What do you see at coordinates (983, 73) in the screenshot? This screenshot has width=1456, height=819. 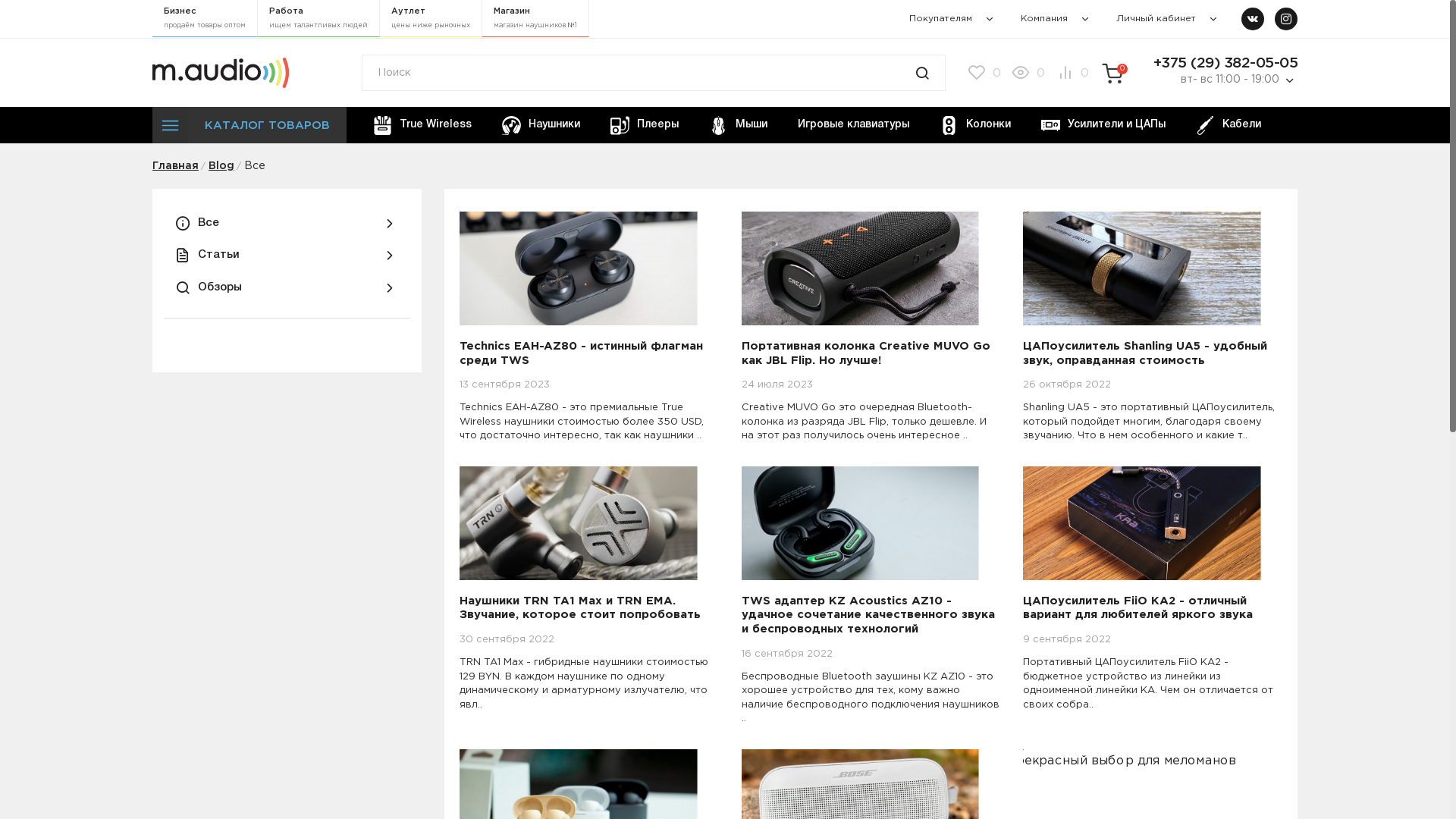 I see `'0'` at bounding box center [983, 73].